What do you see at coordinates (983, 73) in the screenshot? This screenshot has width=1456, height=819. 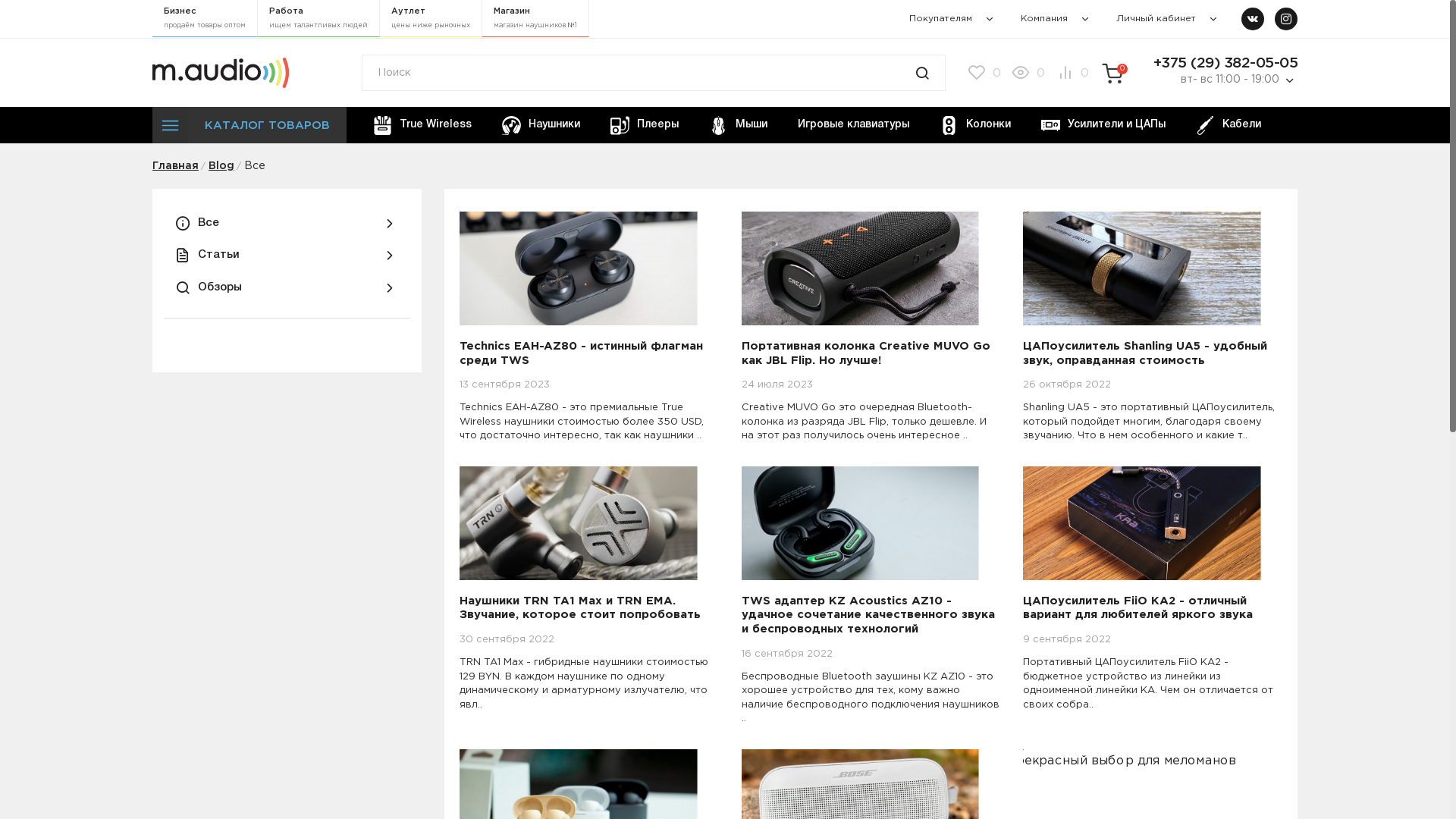 I see `'0'` at bounding box center [983, 73].